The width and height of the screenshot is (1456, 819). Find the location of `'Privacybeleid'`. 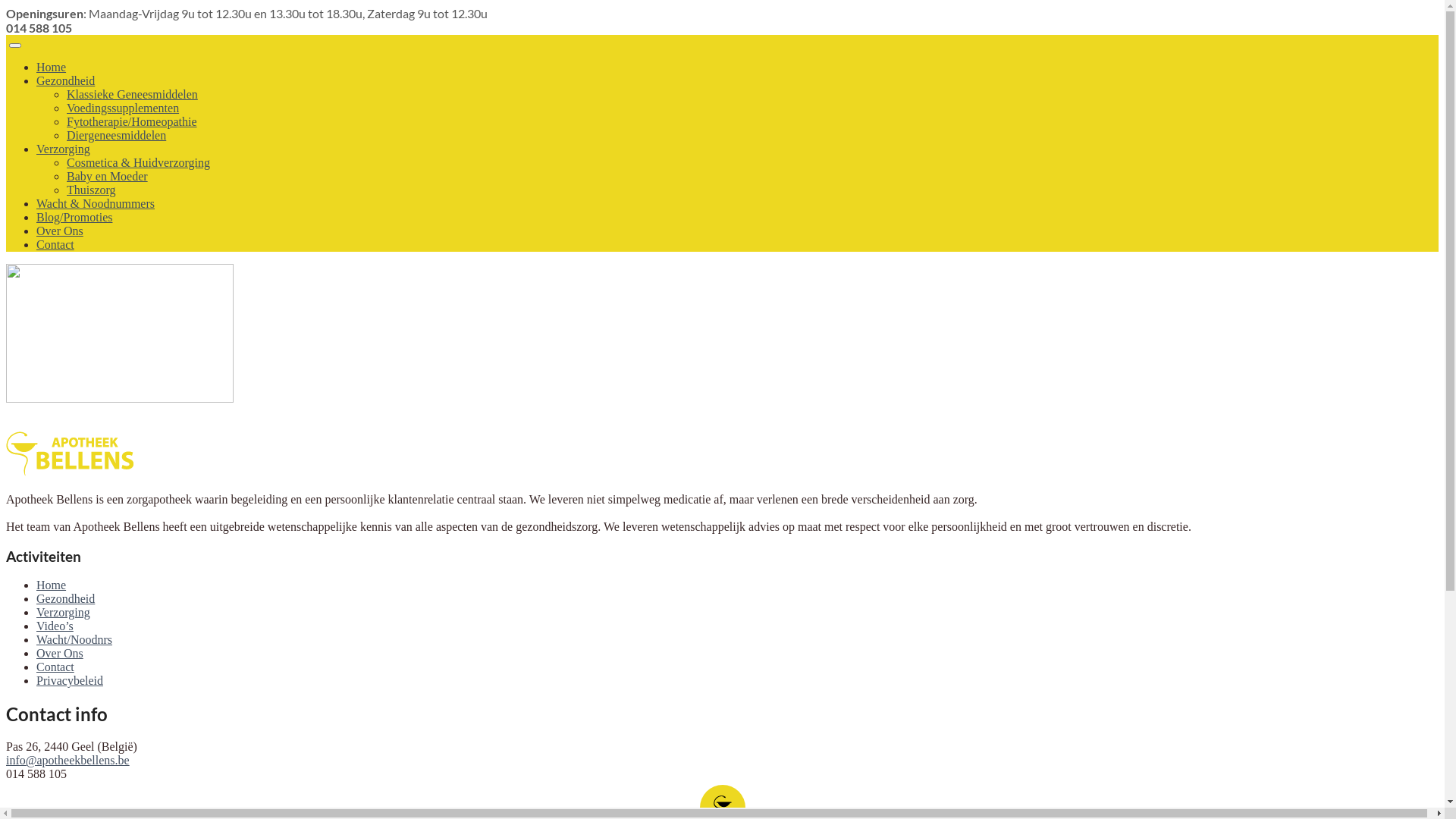

'Privacybeleid' is located at coordinates (68, 679).